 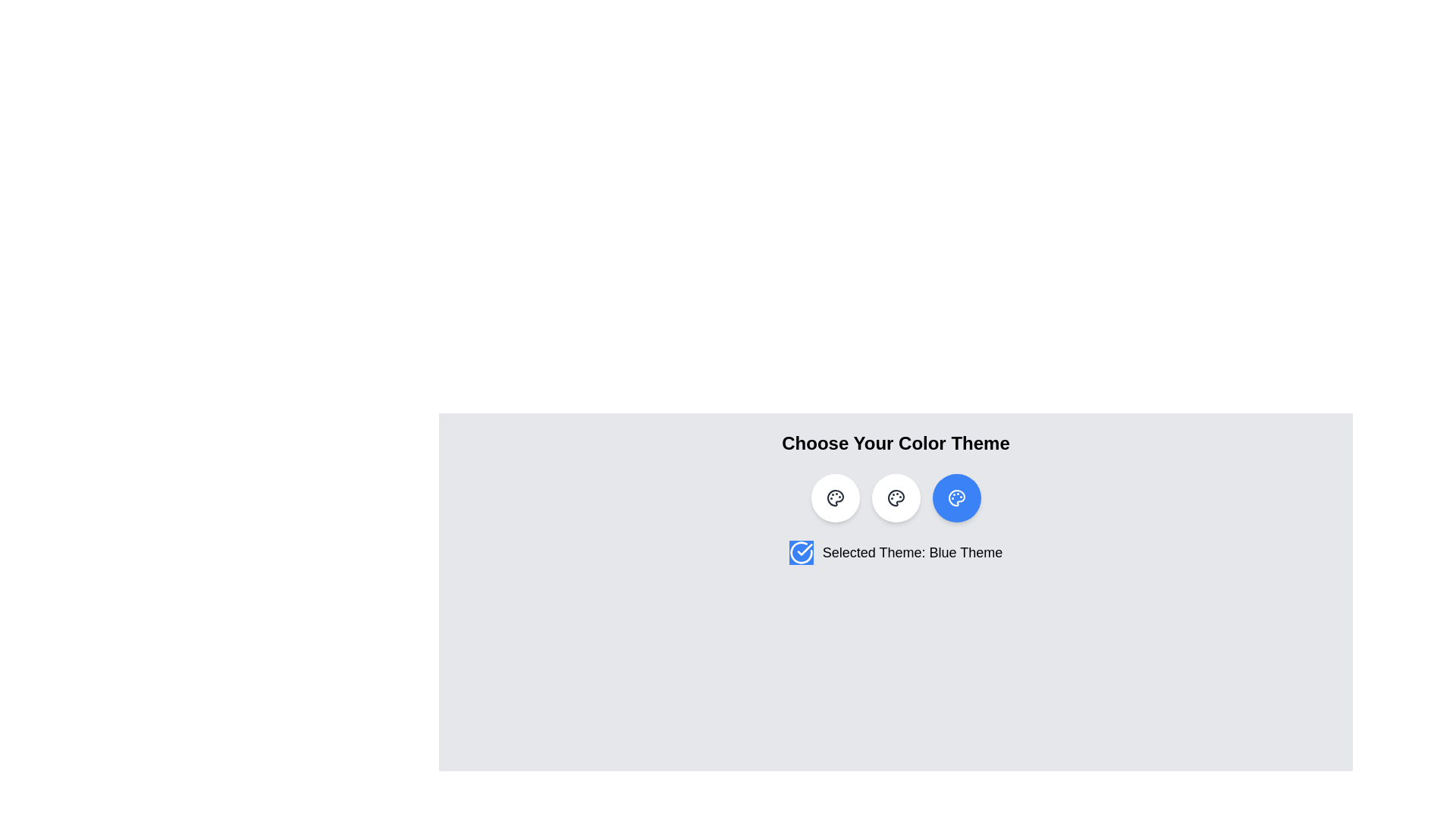 I want to click on the color theme green by clicking on the corresponding button, so click(x=896, y=497).